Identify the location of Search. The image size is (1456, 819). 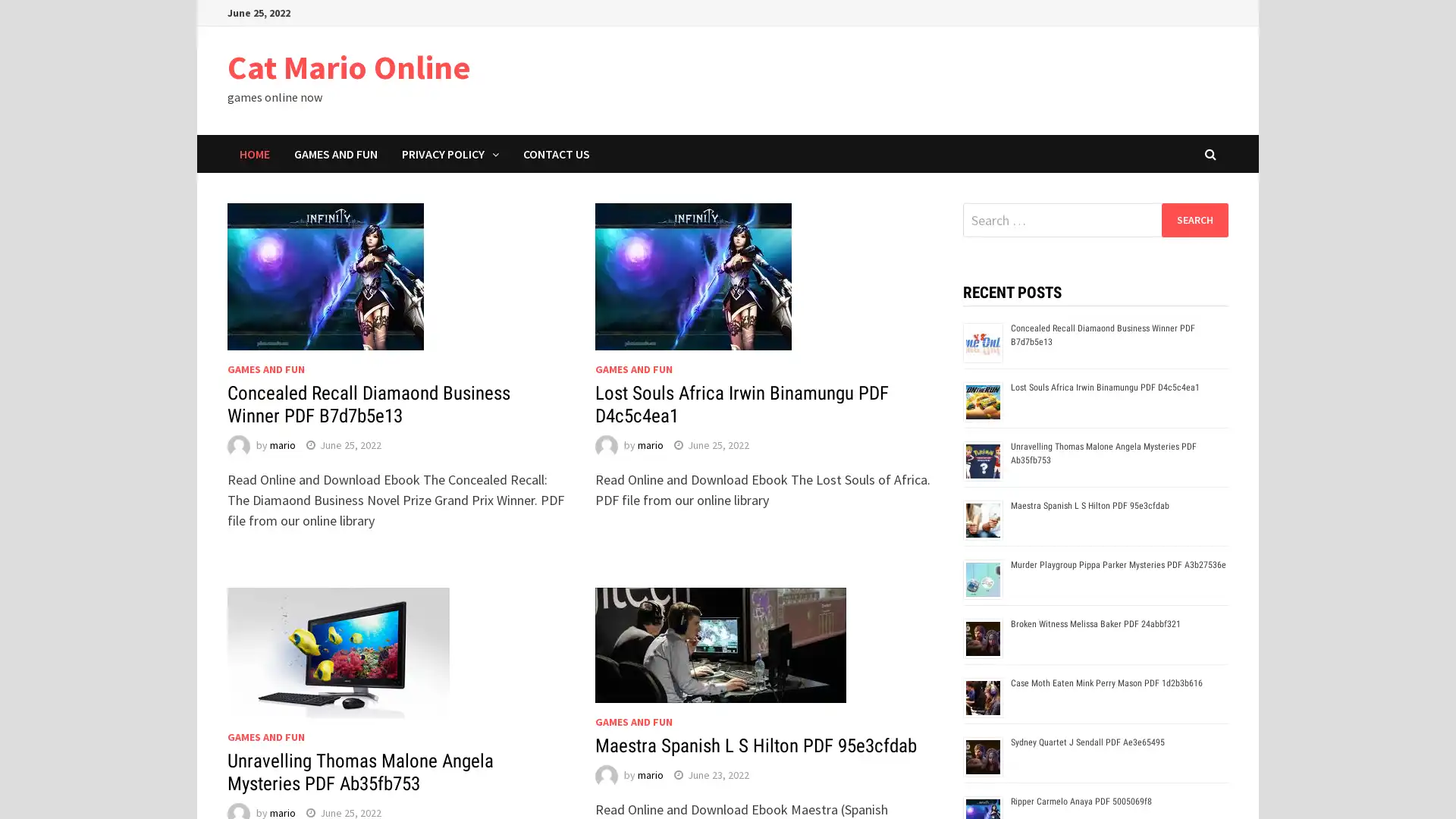
(1194, 219).